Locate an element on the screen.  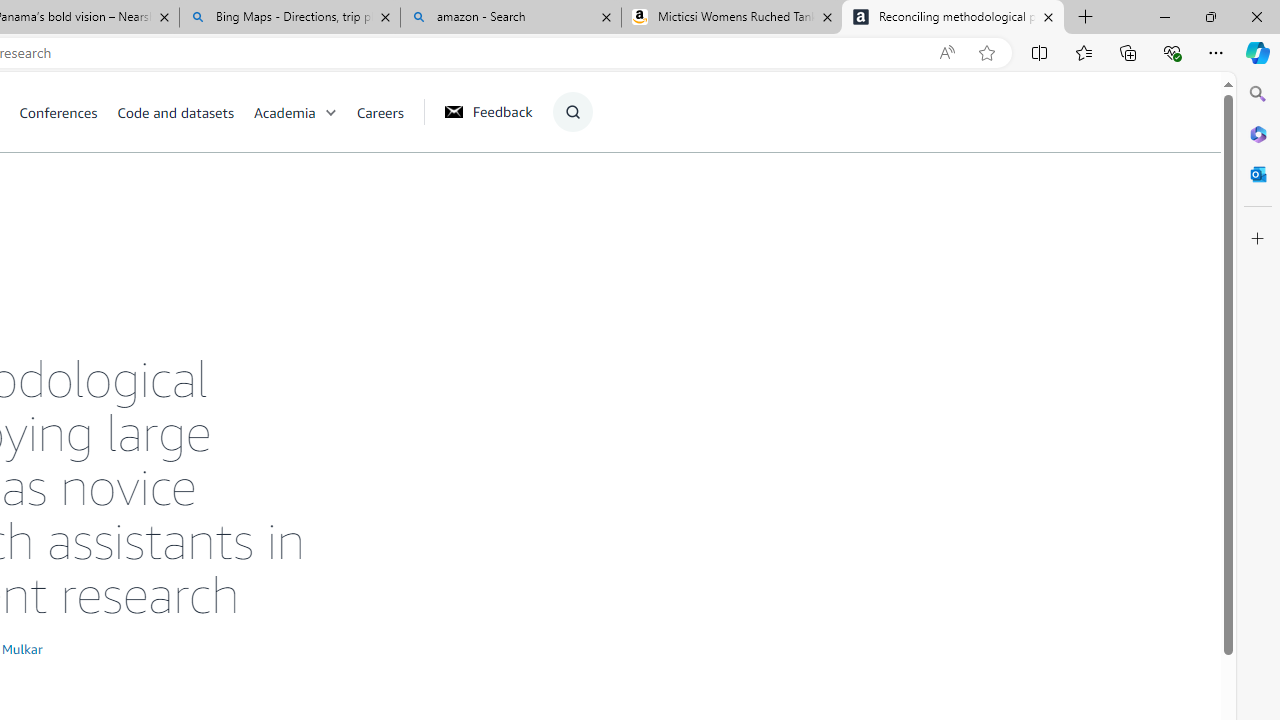
'Academia' is located at coordinates (283, 111).